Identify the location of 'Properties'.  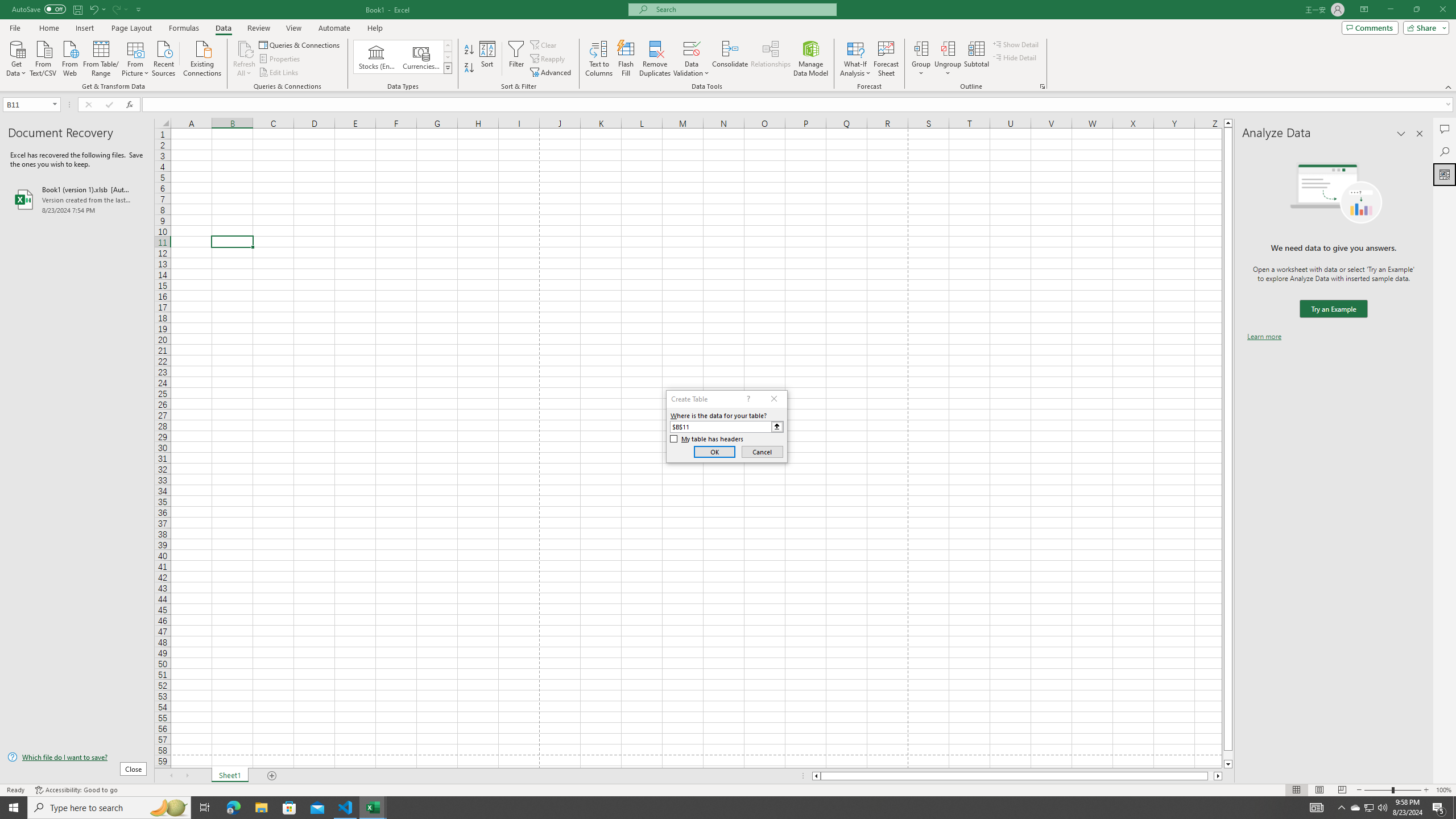
(280, 59).